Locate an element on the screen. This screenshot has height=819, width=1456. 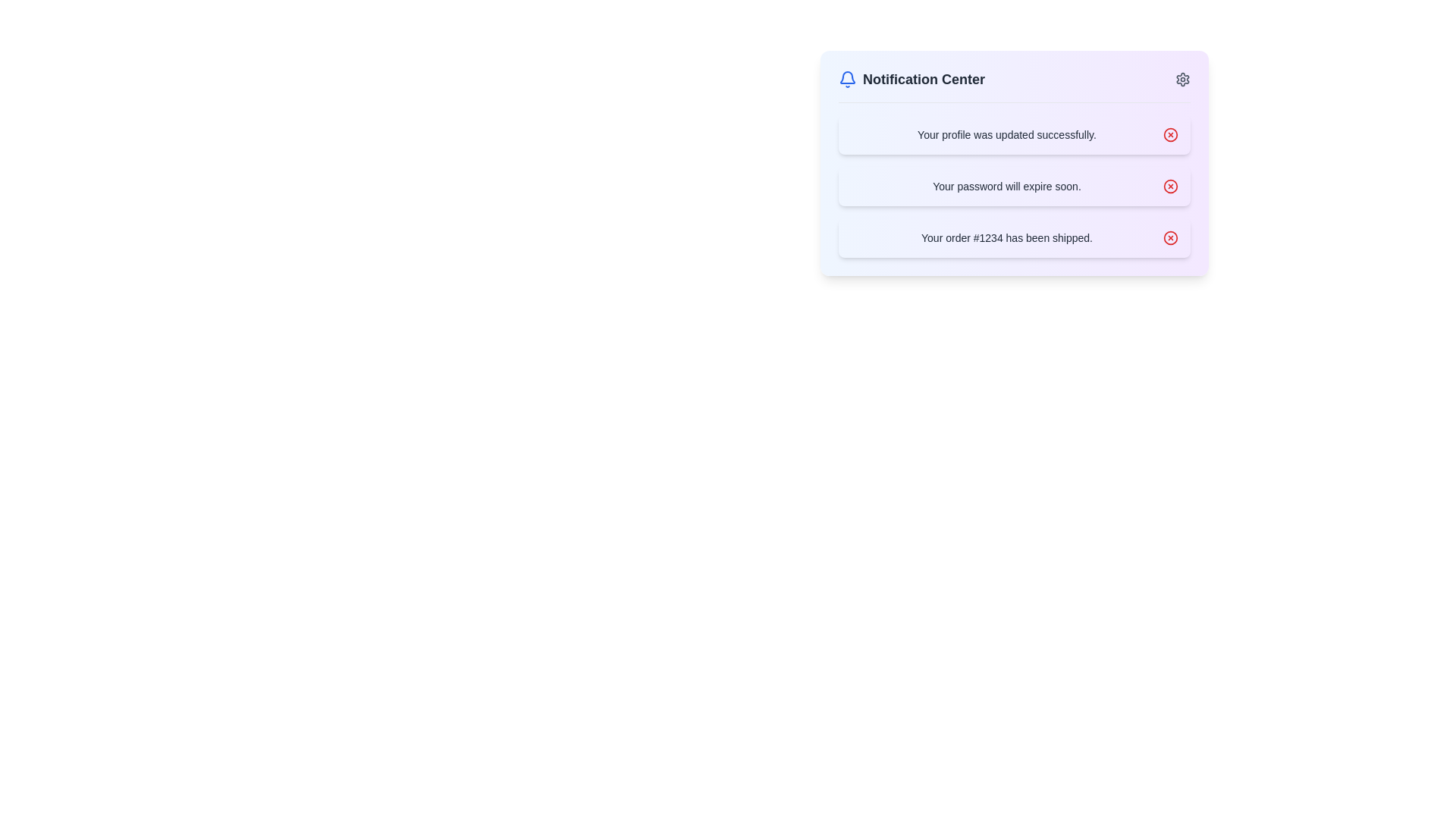
the dismiss button icon located at the right end of the 'Your order #1234 has been shipped' notification is located at coordinates (1170, 237).